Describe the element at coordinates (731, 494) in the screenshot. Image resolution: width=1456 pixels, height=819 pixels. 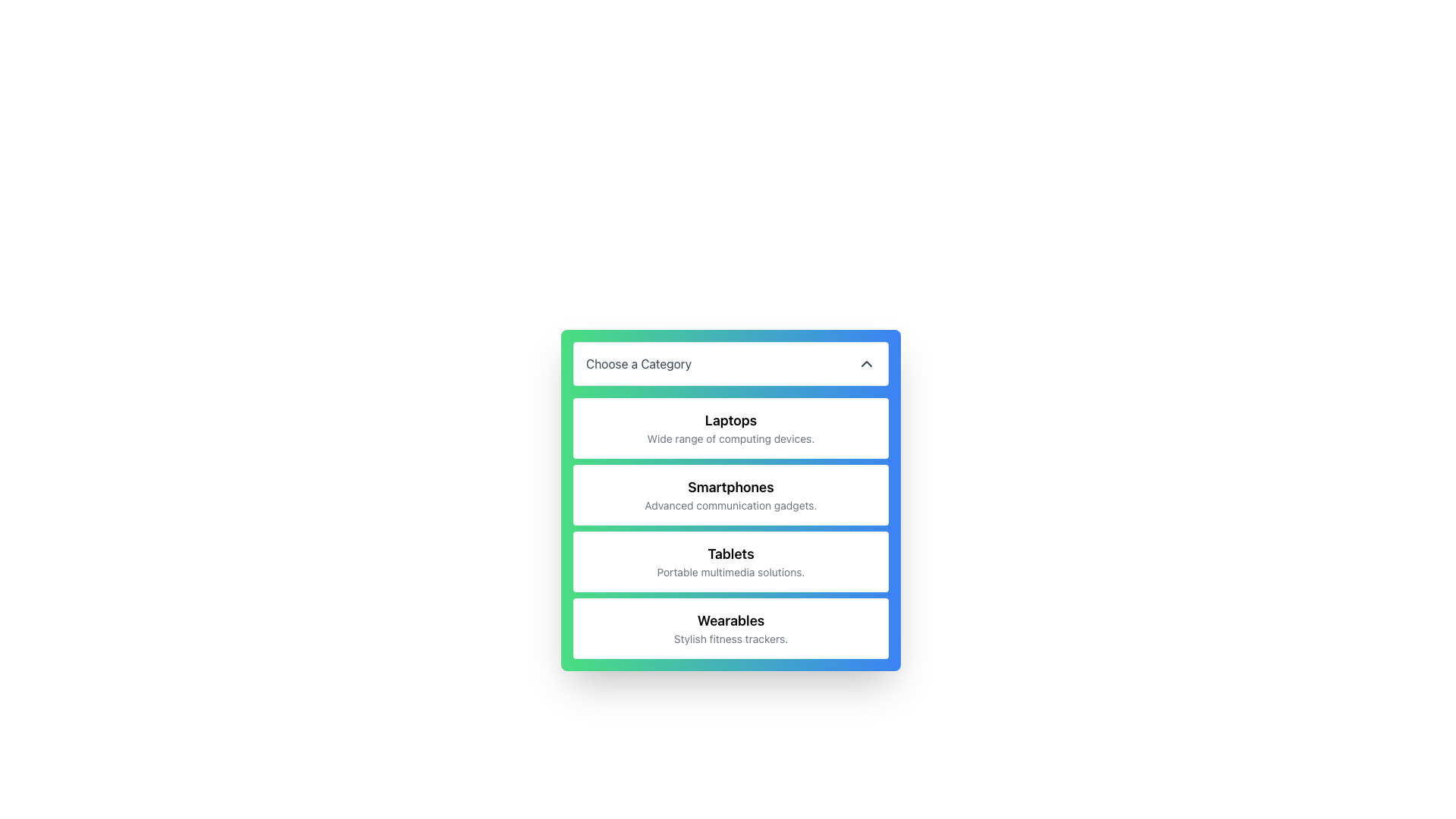
I see `the second card in the vertical list of selectable category cards, which is used` at that location.